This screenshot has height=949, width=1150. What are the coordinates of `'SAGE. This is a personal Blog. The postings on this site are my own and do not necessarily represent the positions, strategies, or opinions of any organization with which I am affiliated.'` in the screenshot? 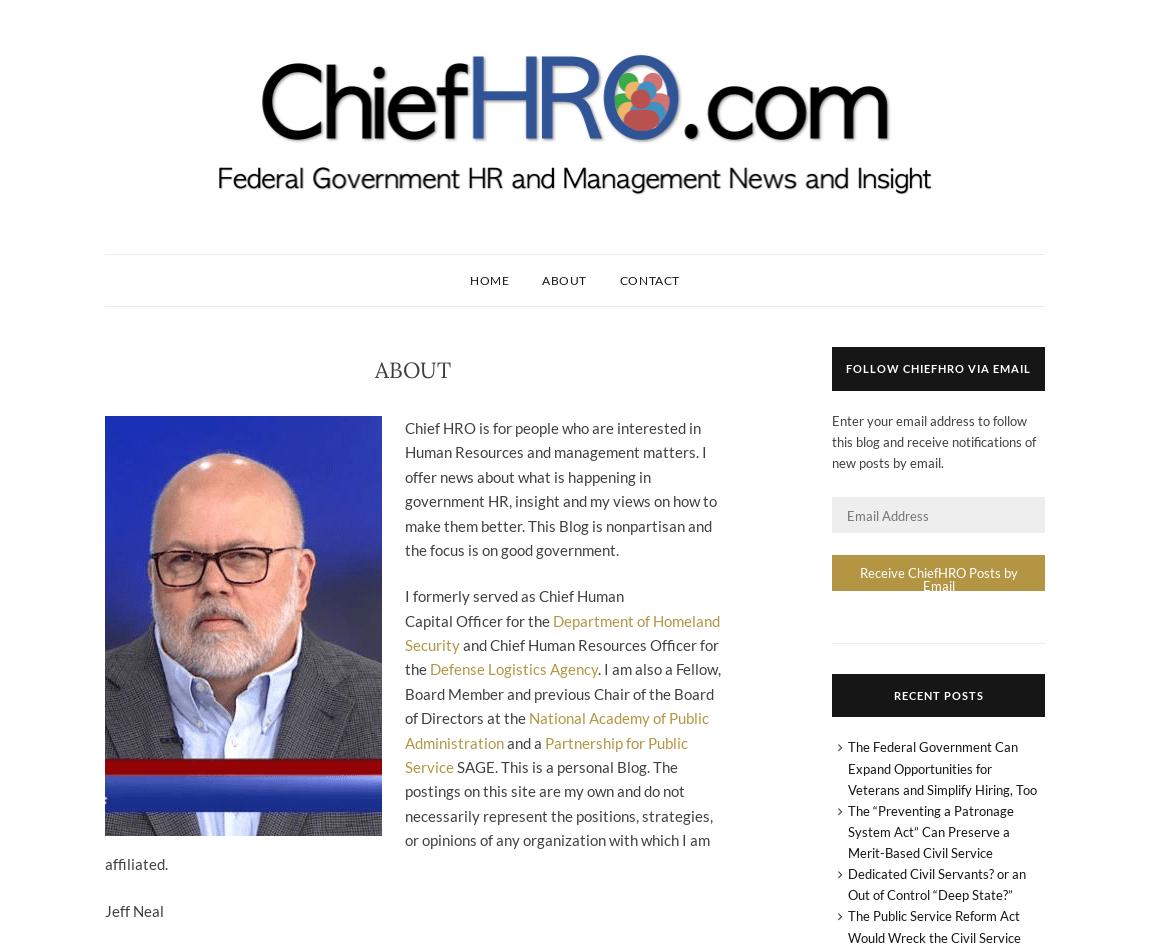 It's located at (103, 814).